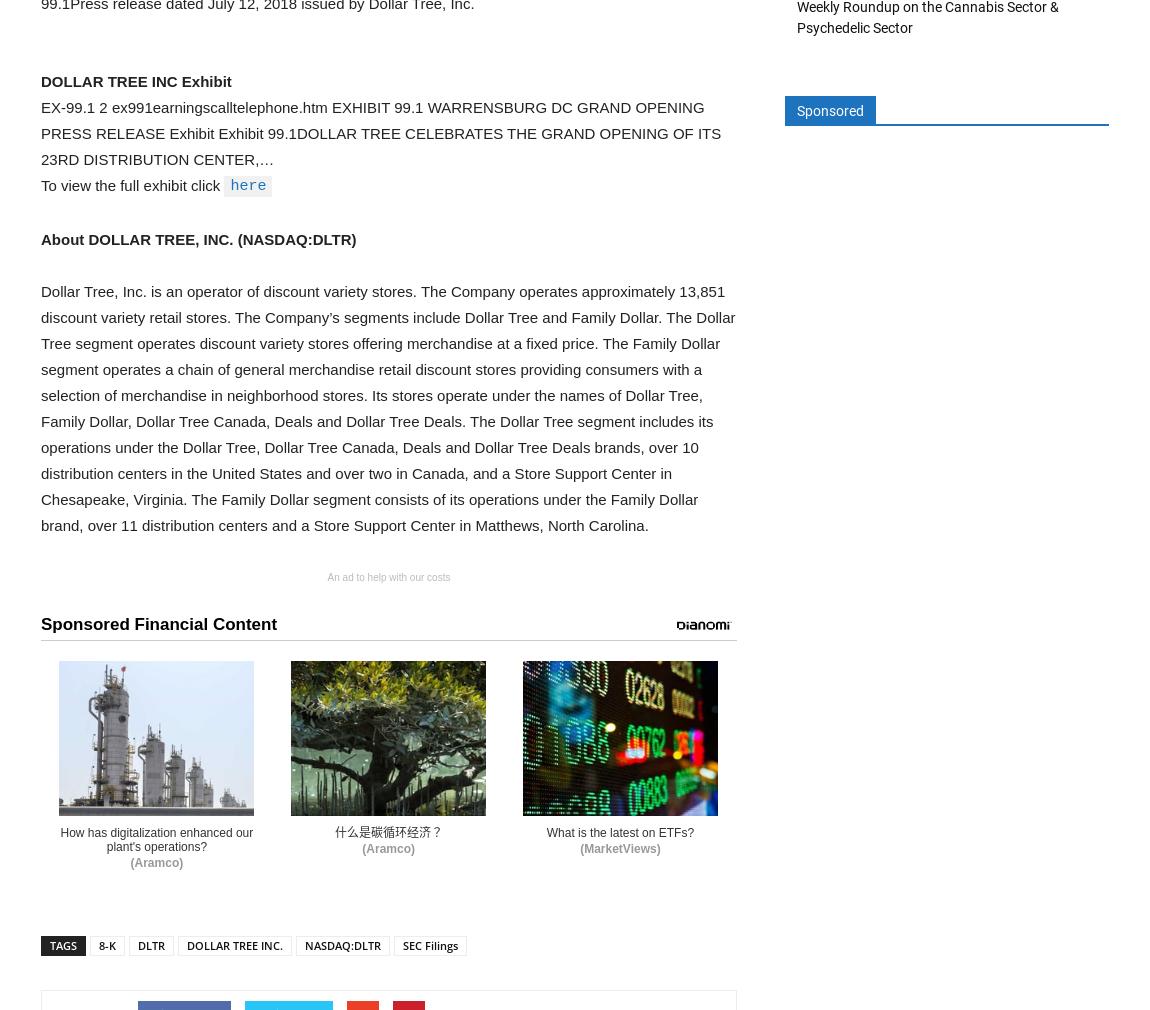 This screenshot has height=1010, width=1150. What do you see at coordinates (388, 576) in the screenshot?
I see `'An ad to help with our costs'` at bounding box center [388, 576].